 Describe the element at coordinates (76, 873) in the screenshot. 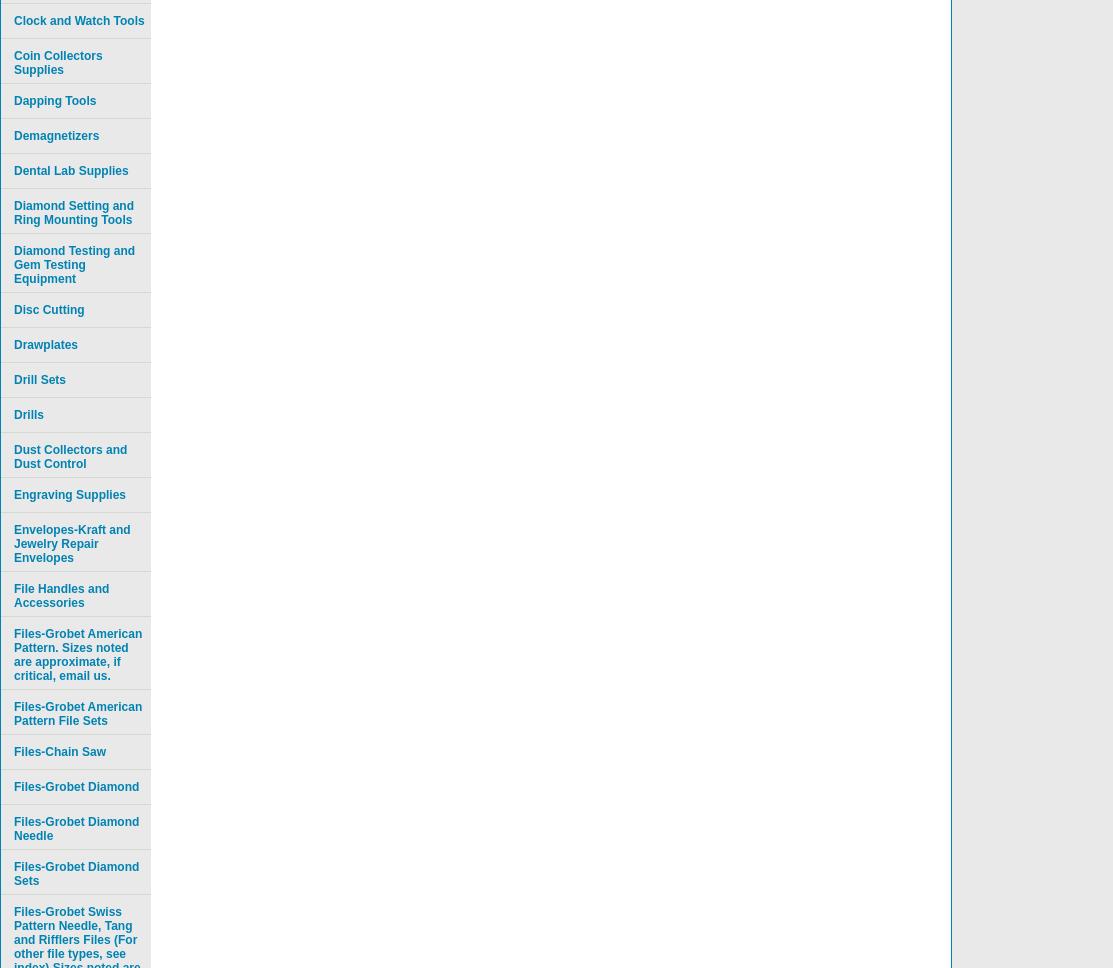

I see `'Files-Grobet  Diamond Sets'` at that location.